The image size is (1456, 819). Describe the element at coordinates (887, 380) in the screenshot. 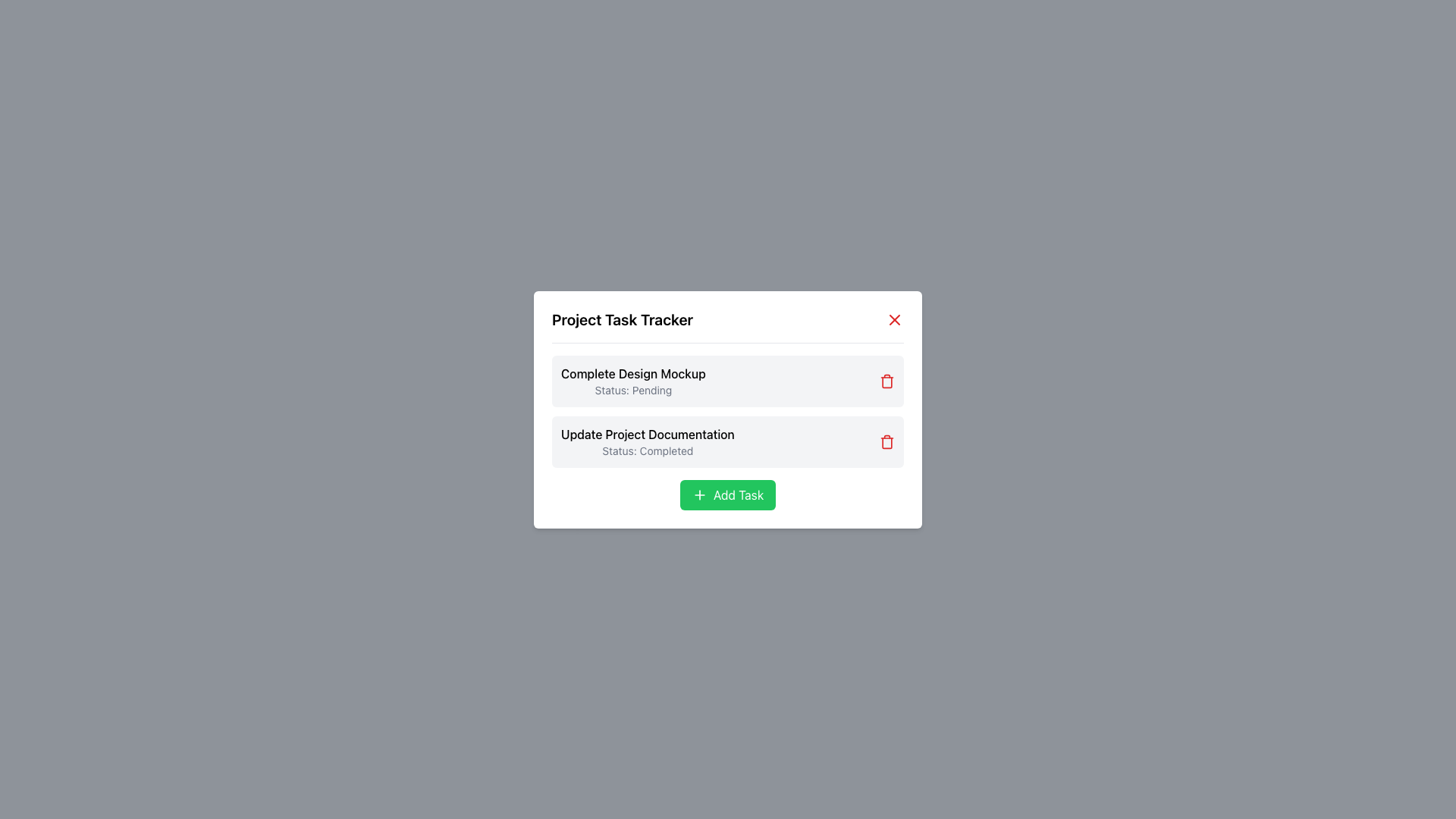

I see `the delete icon button located at the top-right corner of the 'Complete Design Mockup' task card` at that location.